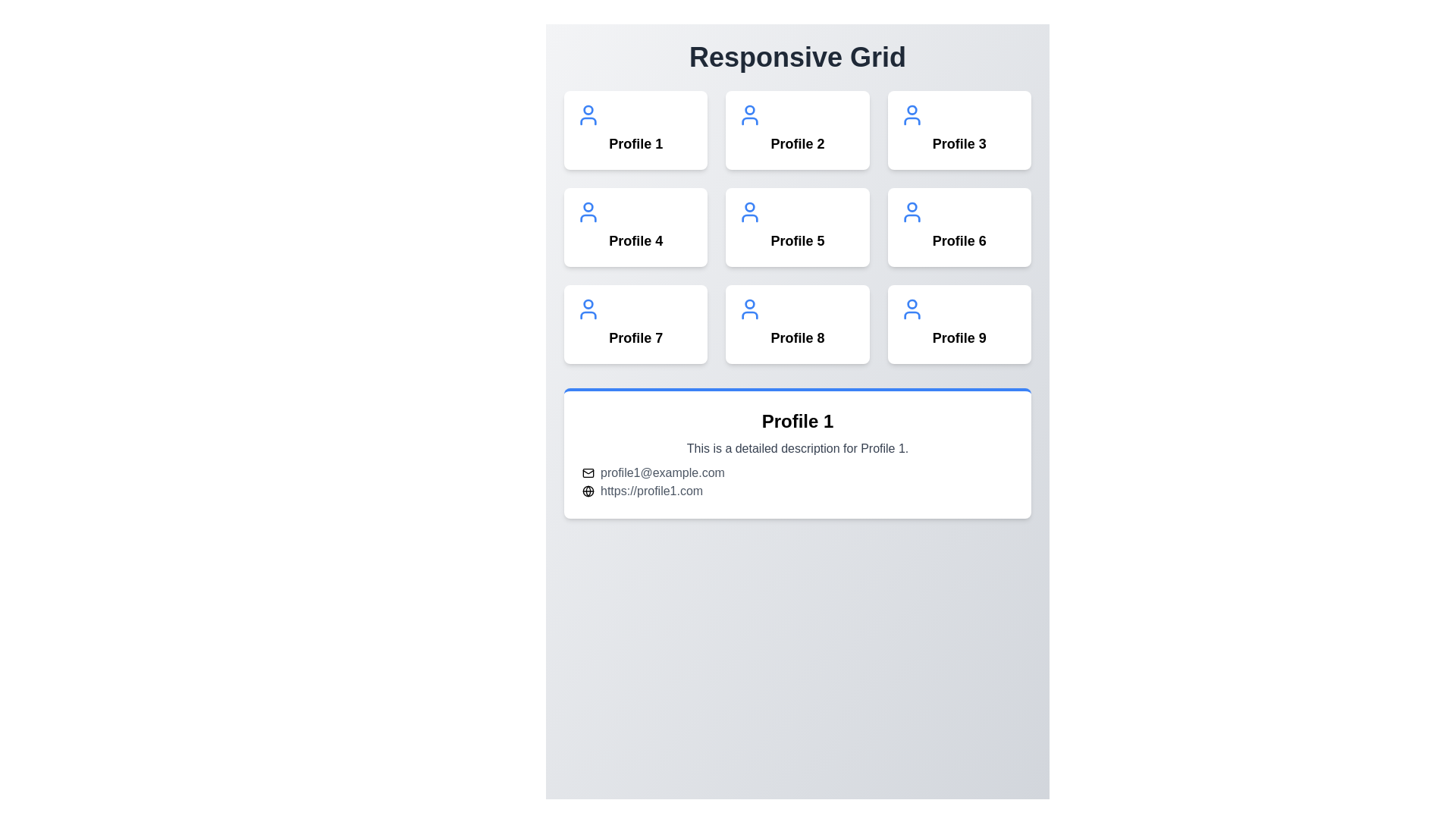 This screenshot has height=819, width=1456. What do you see at coordinates (796, 130) in the screenshot?
I see `the clickable card representing 'Profile 2' located in the second column of the first row of a grid of profile cards` at bounding box center [796, 130].